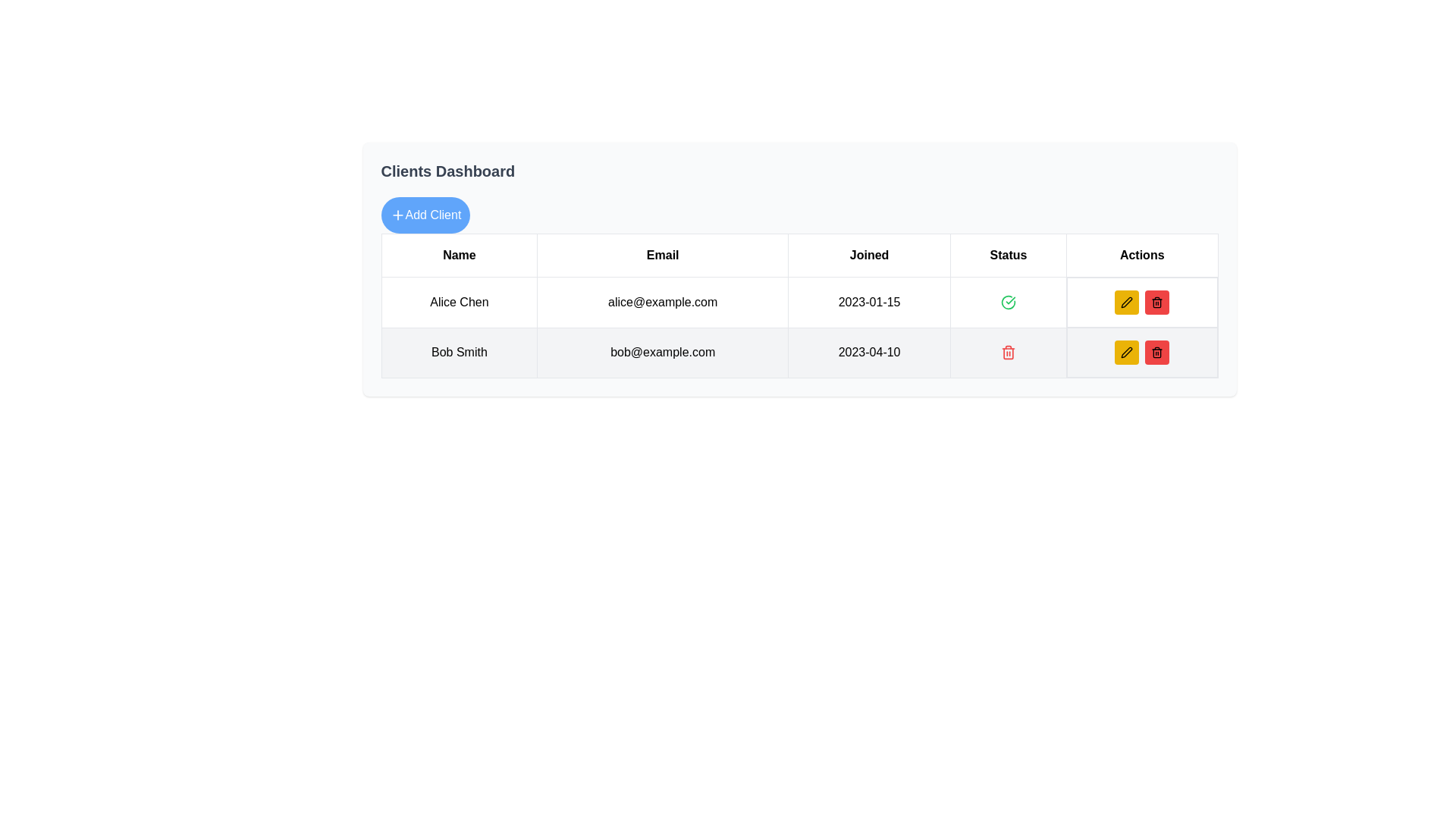  Describe the element at coordinates (1127, 302) in the screenshot. I see `the edit button represented by a pen icon in the Actions column of the second row corresponding to user 'Bob Smith'` at that location.